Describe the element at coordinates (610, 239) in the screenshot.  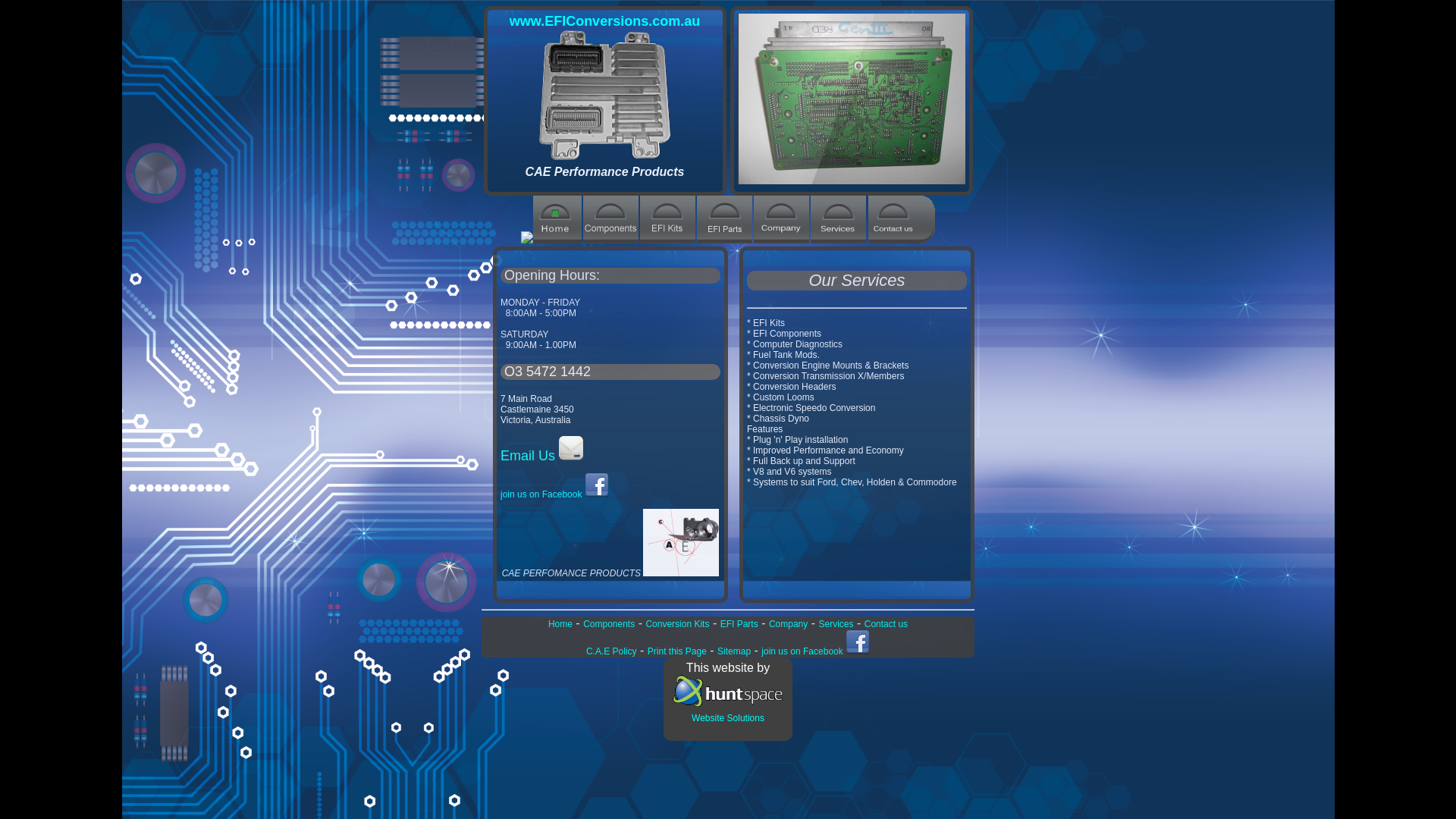
I see `'CAE EFI Components'` at that location.